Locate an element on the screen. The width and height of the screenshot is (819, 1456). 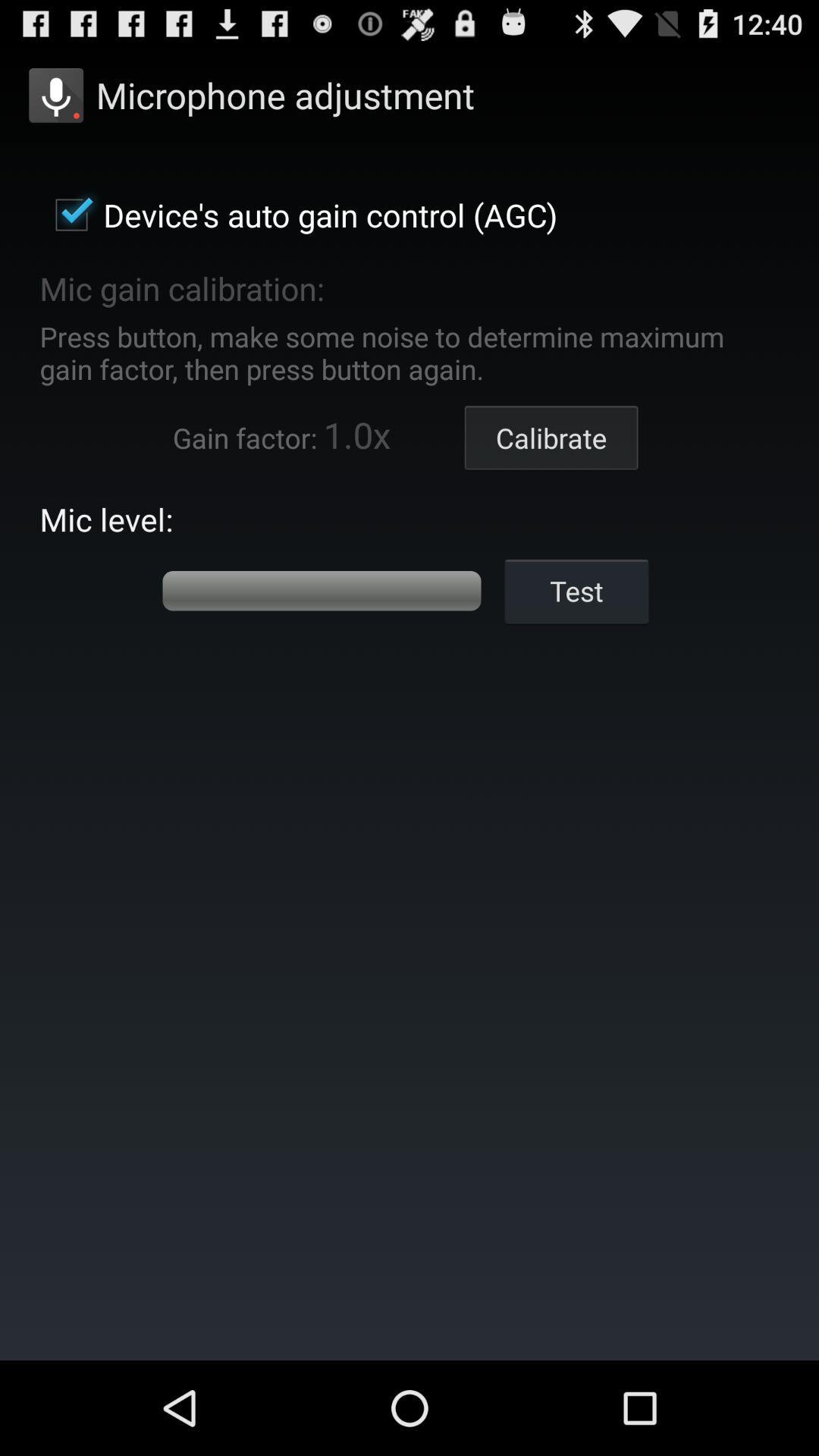
the icon below the press button make icon is located at coordinates (551, 437).